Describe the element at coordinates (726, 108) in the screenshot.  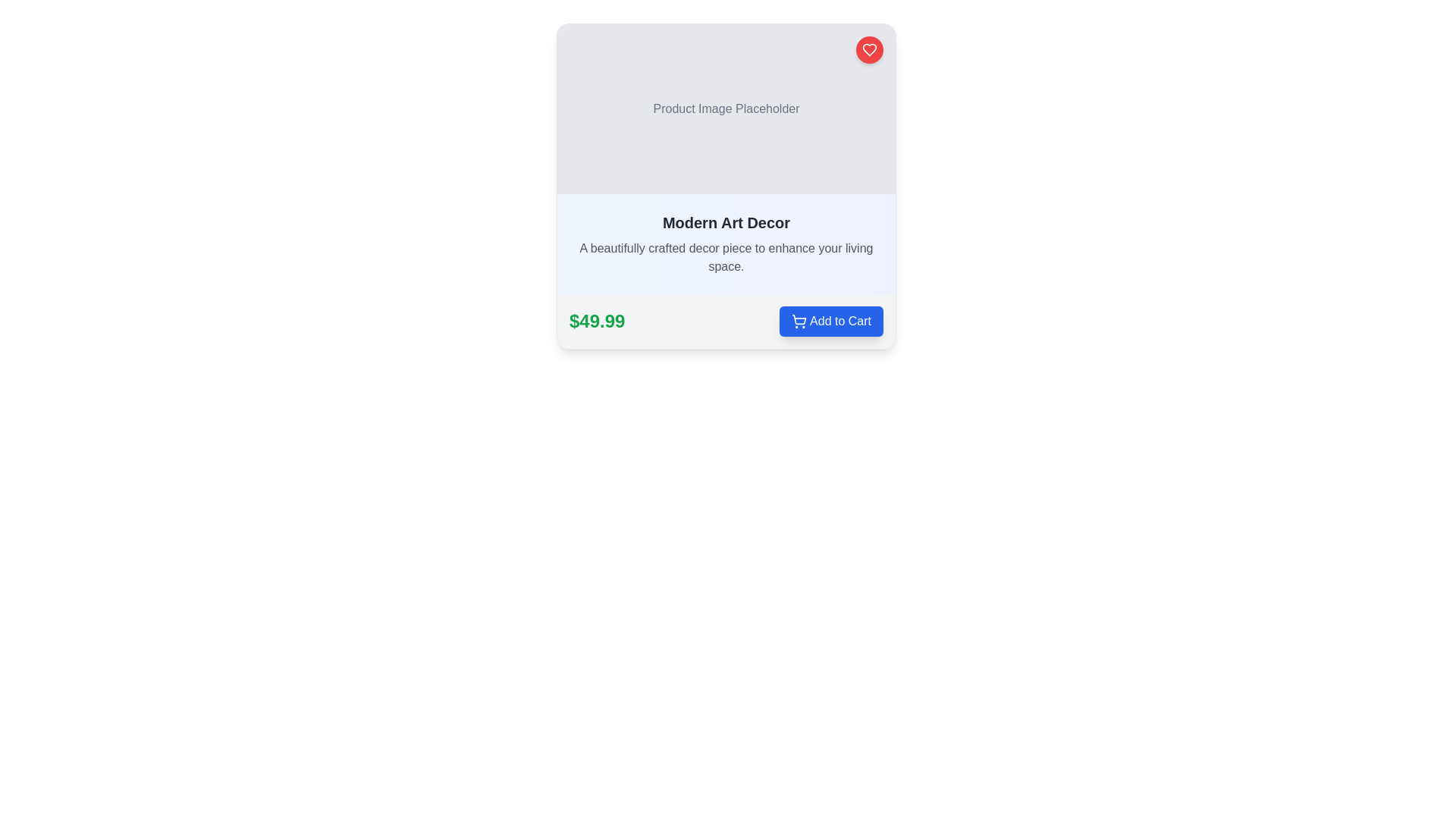
I see `the Static placeholder element that displays the text 'Product Image Placeholder' within a gray background, located at the top of the card-like structure` at that location.